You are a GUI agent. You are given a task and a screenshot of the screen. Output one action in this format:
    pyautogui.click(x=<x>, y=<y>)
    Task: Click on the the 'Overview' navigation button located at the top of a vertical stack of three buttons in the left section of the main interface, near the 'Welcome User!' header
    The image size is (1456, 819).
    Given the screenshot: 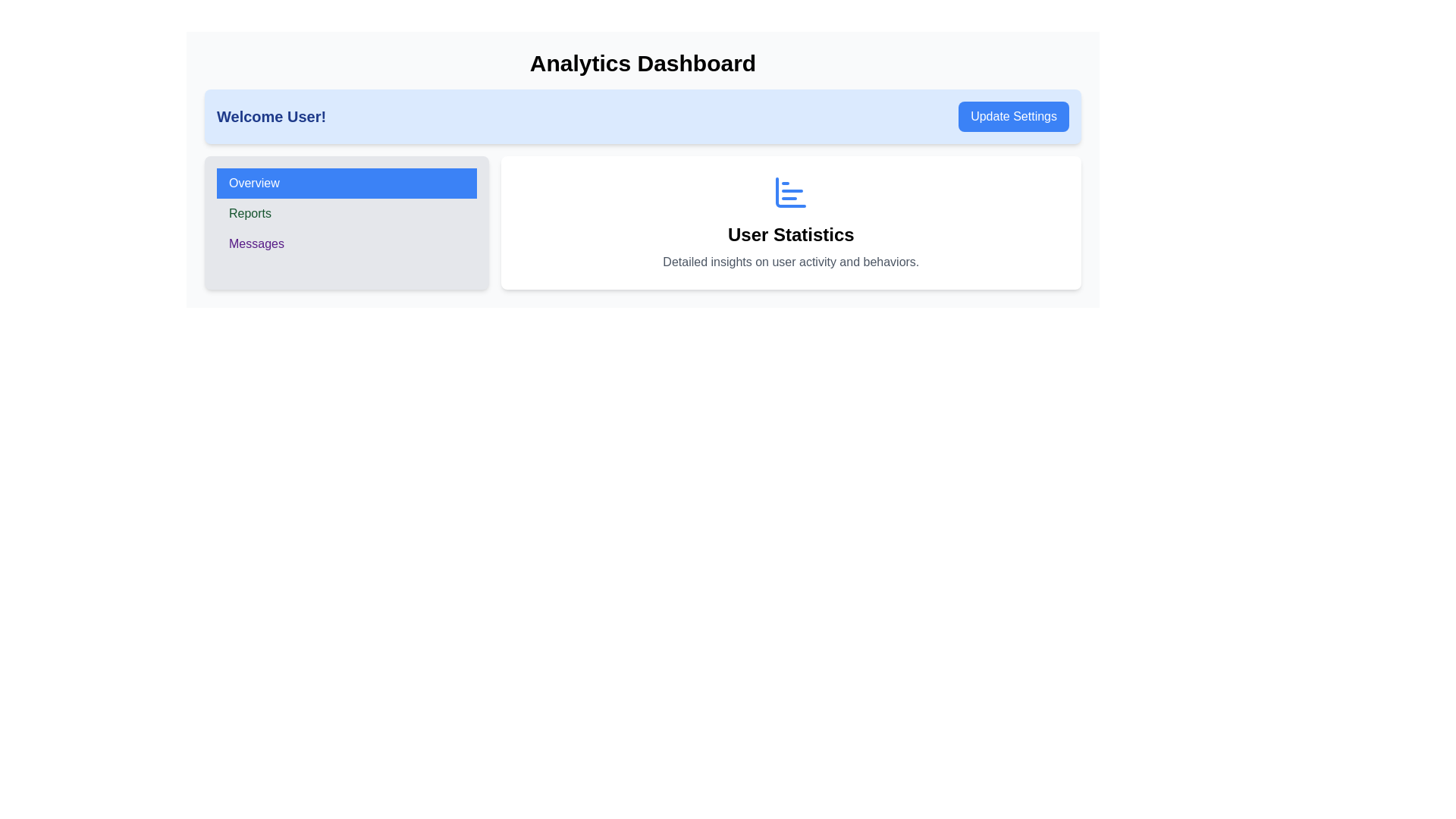 What is the action you would take?
    pyautogui.click(x=346, y=183)
    